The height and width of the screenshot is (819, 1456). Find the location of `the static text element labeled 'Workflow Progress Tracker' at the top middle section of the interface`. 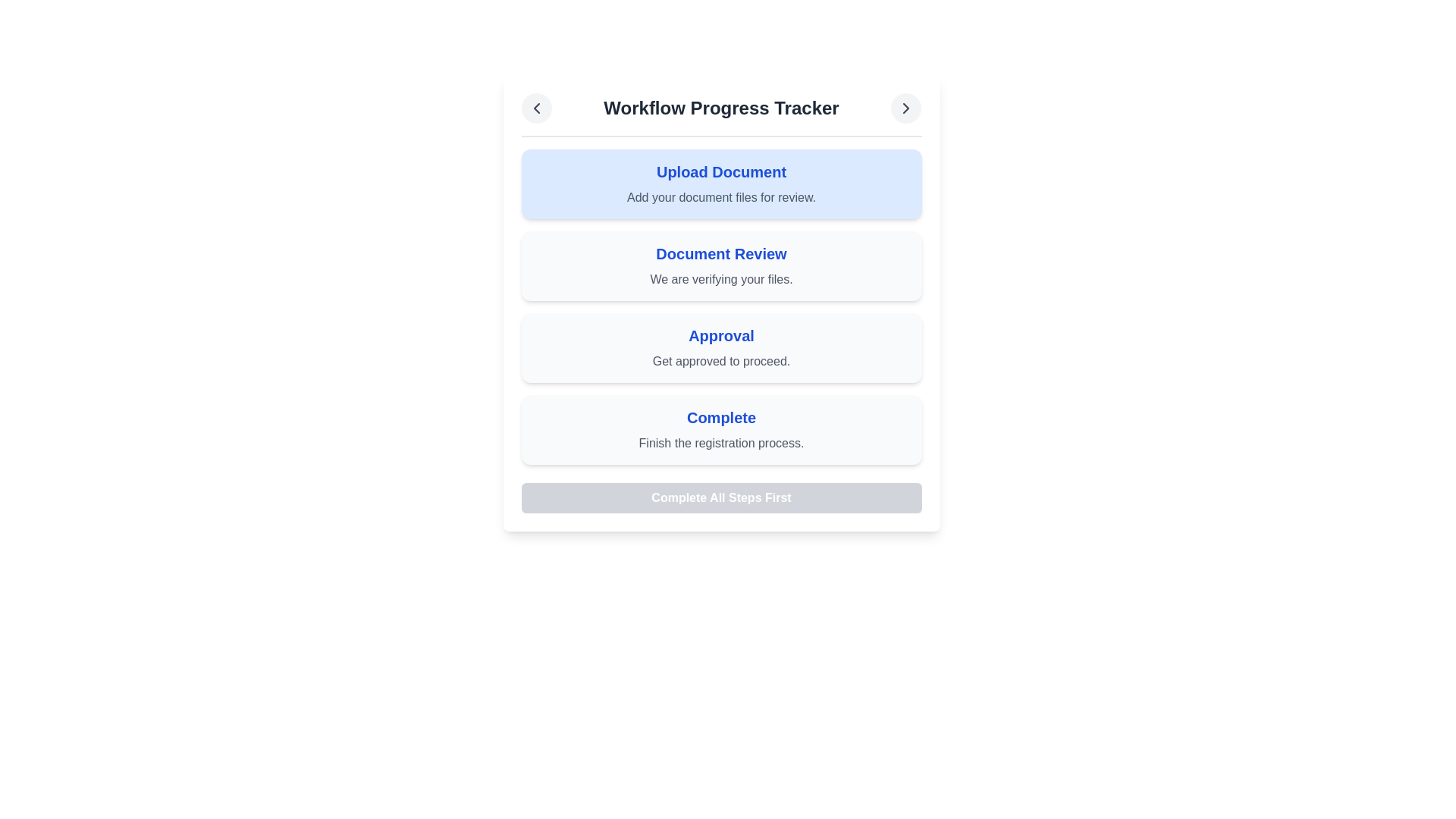

the static text element labeled 'Workflow Progress Tracker' at the top middle section of the interface is located at coordinates (720, 107).